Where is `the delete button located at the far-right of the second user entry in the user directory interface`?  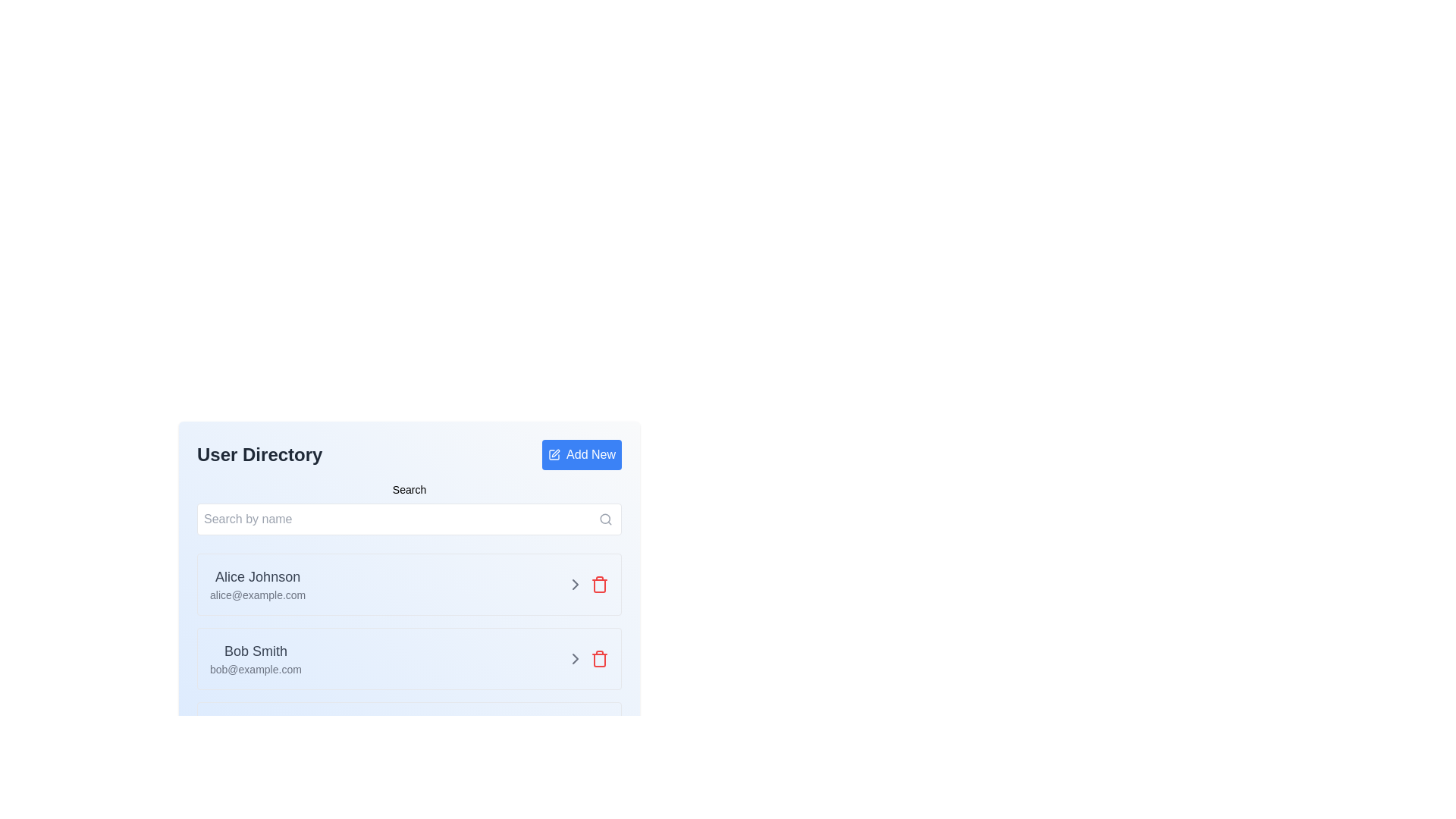
the delete button located at the far-right of the second user entry in the user directory interface is located at coordinates (599, 657).